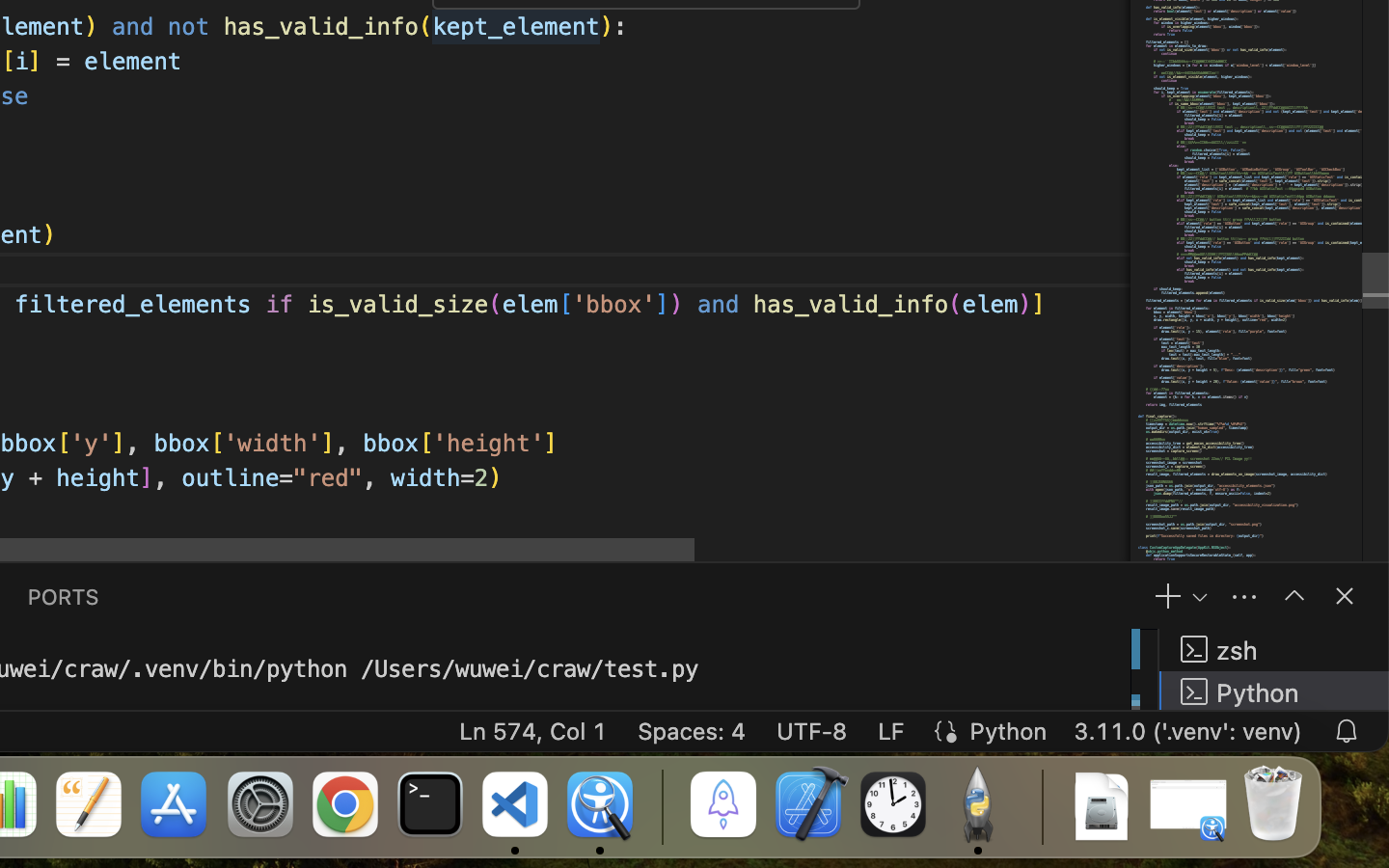  Describe the element at coordinates (63, 596) in the screenshot. I see `'0 PORTS'` at that location.